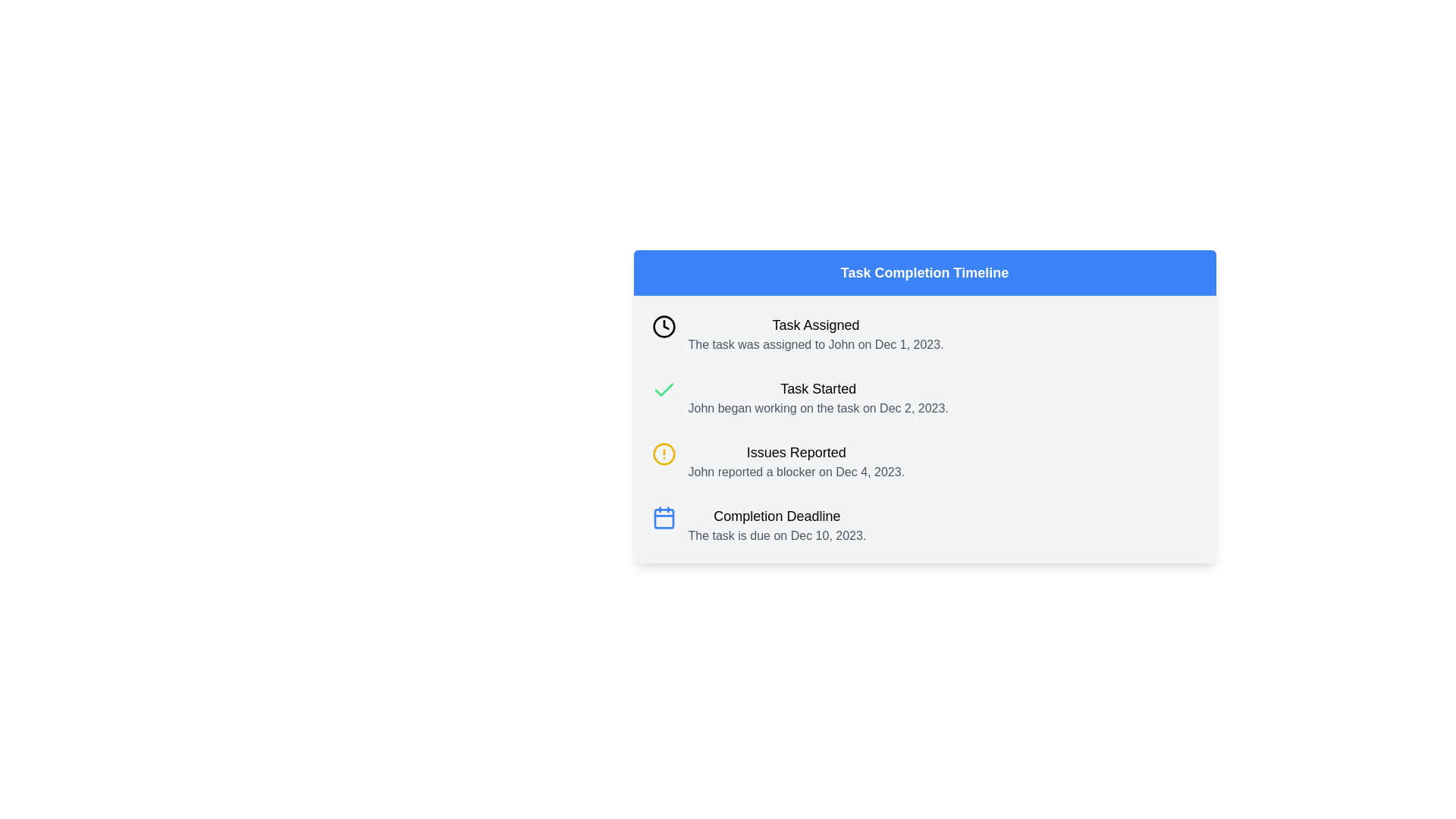 Image resolution: width=1456 pixels, height=819 pixels. Describe the element at coordinates (664, 518) in the screenshot. I see `the graphic rectangle that serves as the background area within the calendar icon, which is the last icon on the right in the vertical list of four timeline items for the 'Completion Deadline' section` at that location.